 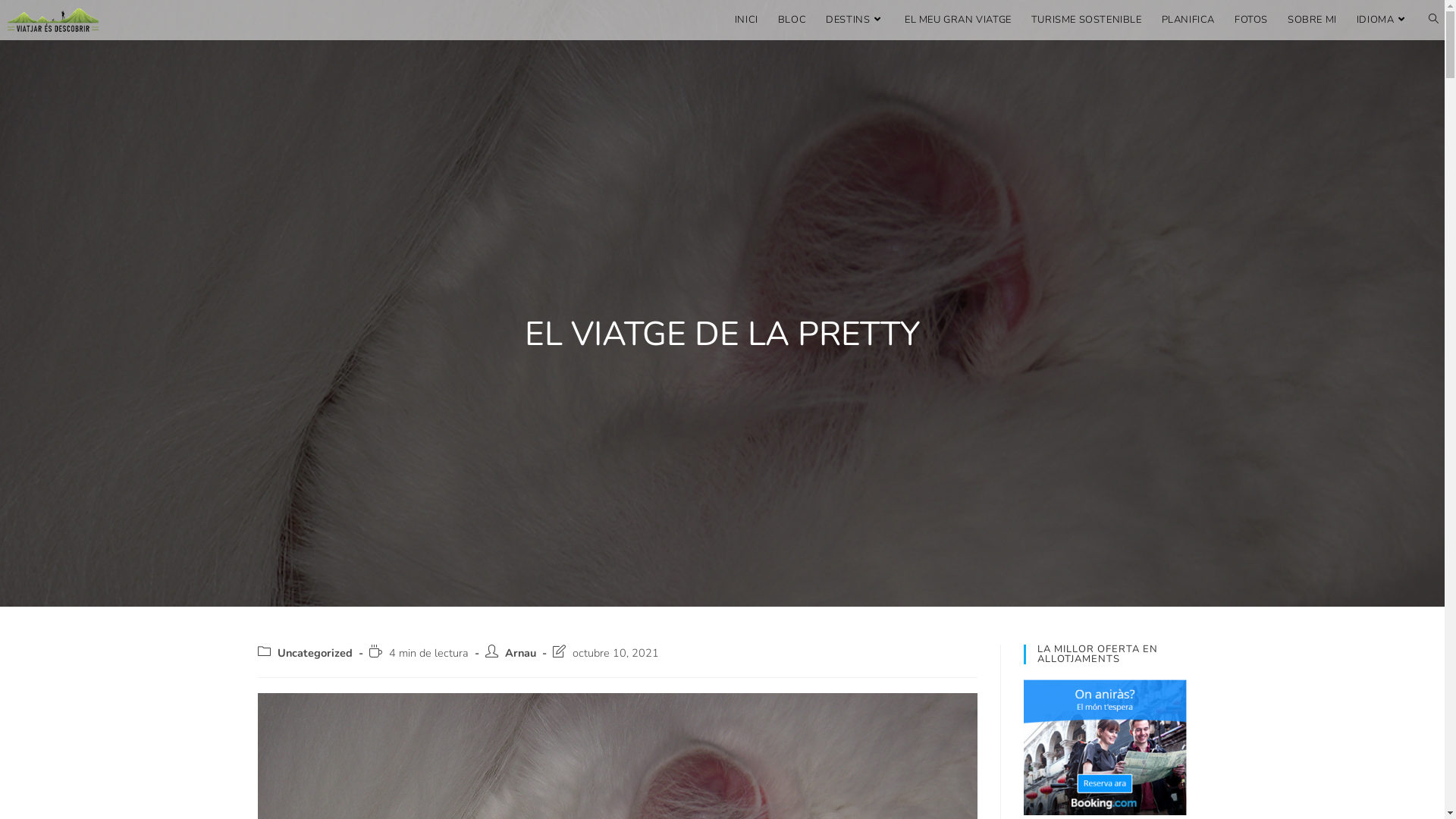 What do you see at coordinates (1187, 20) in the screenshot?
I see `'PLANIFICA'` at bounding box center [1187, 20].